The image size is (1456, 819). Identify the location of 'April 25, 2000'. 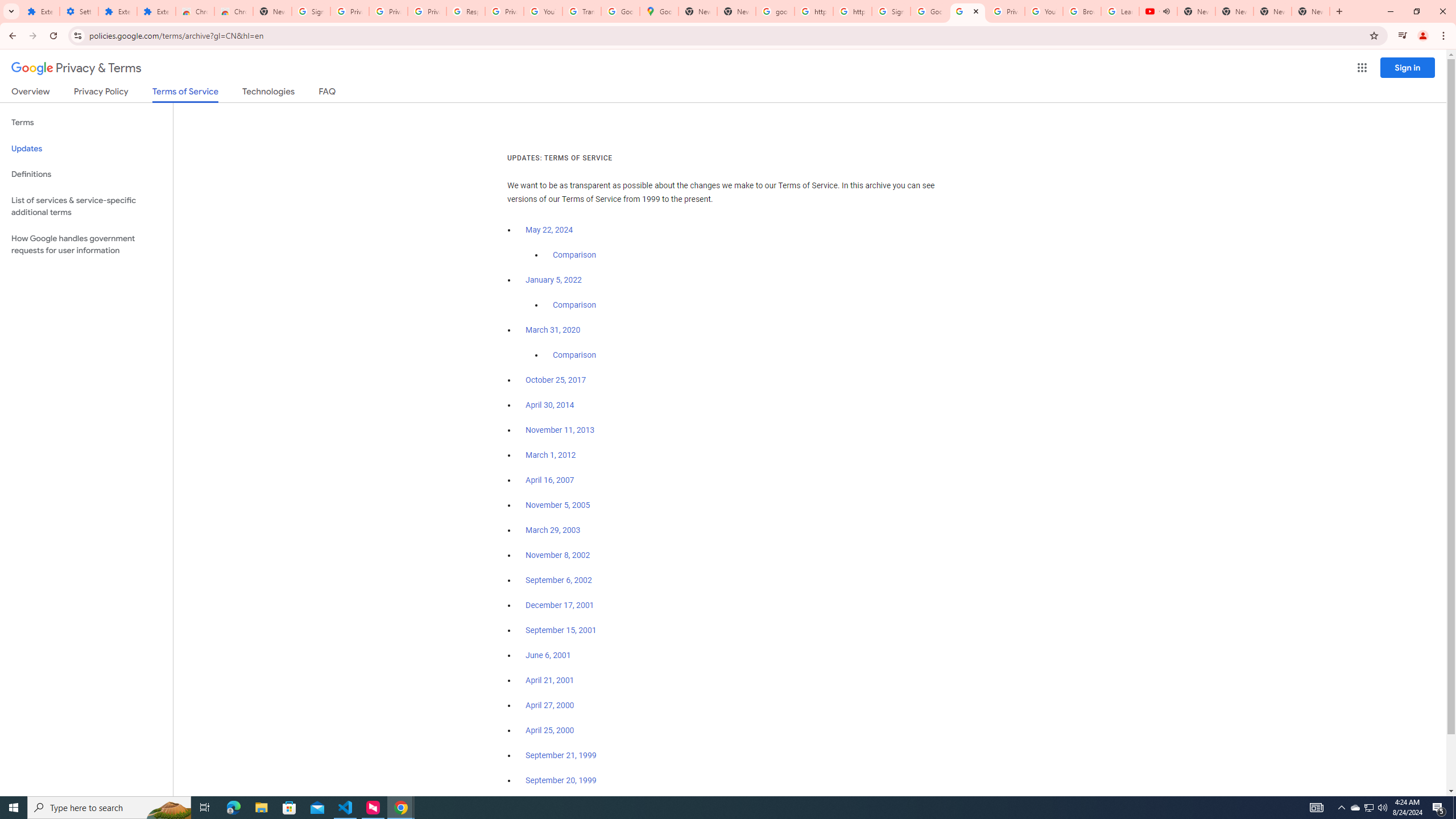
(549, 729).